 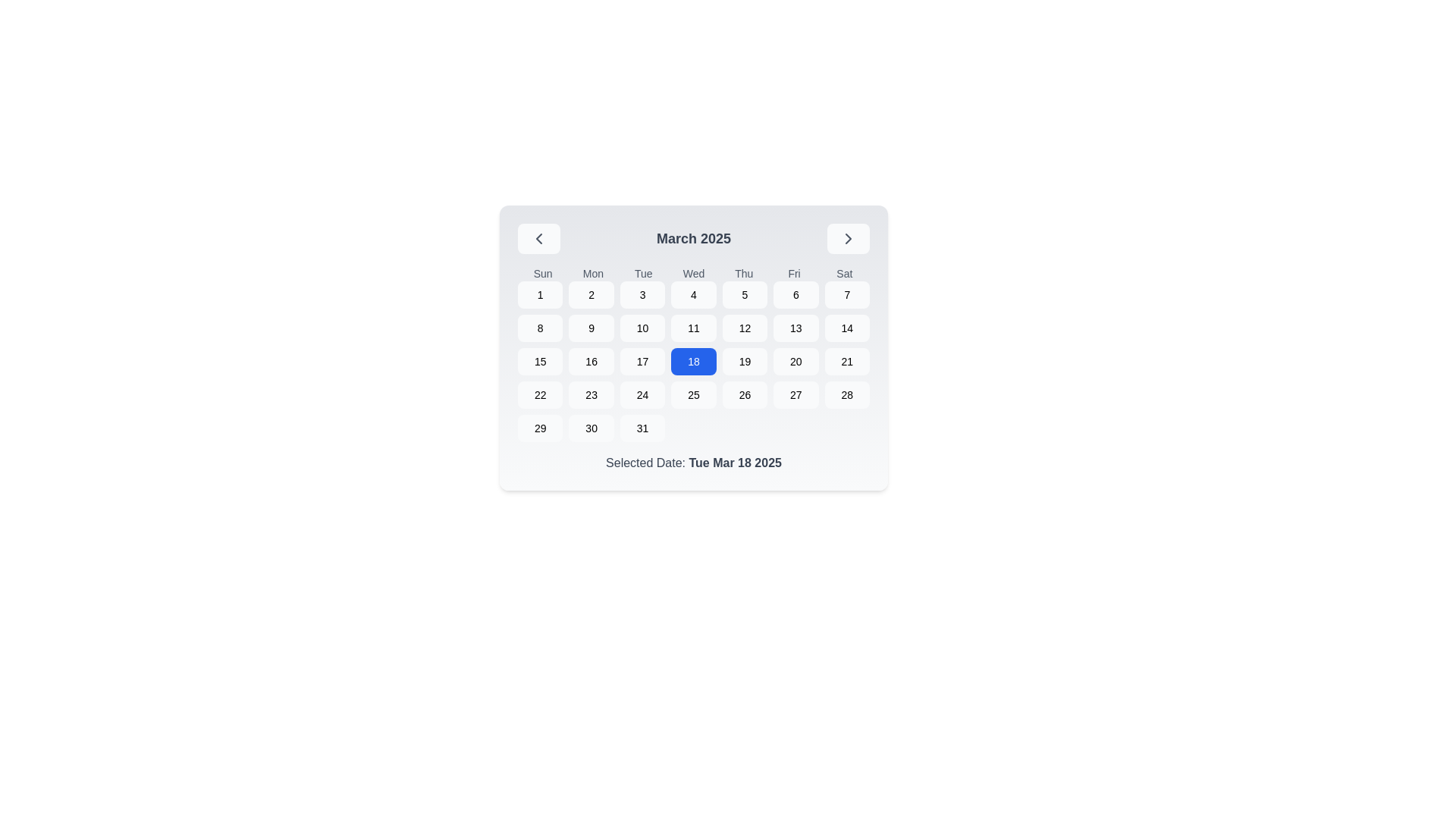 I want to click on the calendar cell displaying the number '24', so click(x=642, y=394).